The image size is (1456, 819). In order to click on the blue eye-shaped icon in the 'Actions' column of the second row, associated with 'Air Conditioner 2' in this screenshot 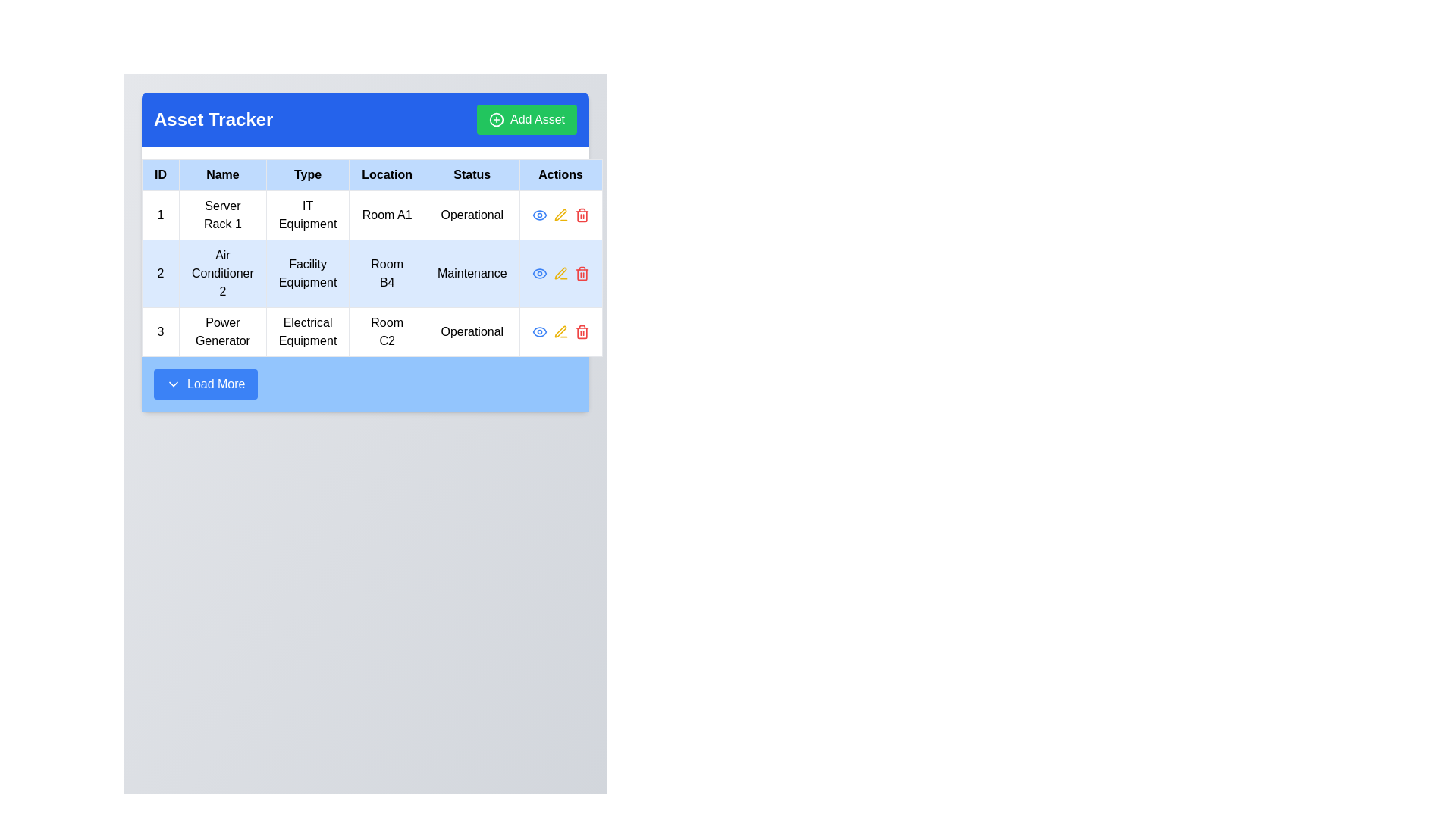, I will do `click(539, 215)`.